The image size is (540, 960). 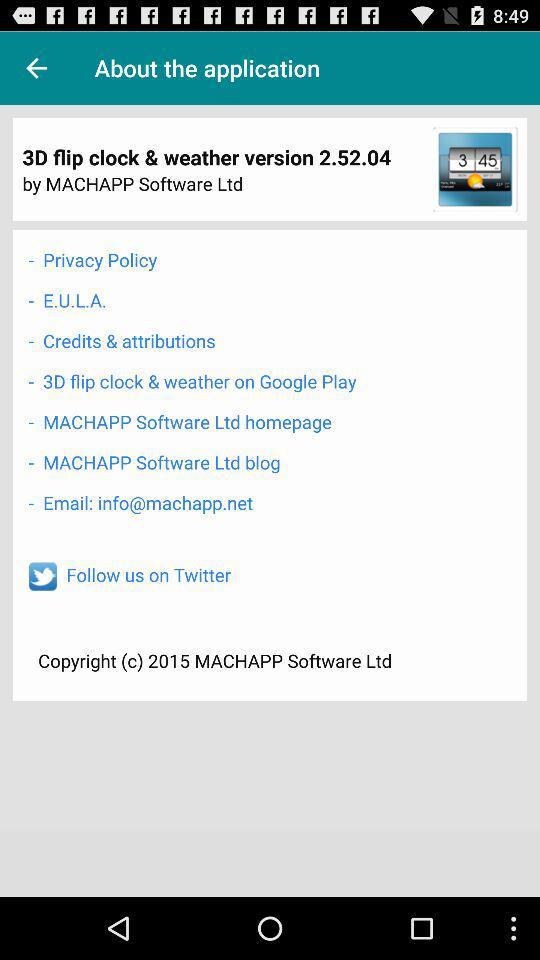 I want to click on the email info machapp, so click(x=139, y=501).